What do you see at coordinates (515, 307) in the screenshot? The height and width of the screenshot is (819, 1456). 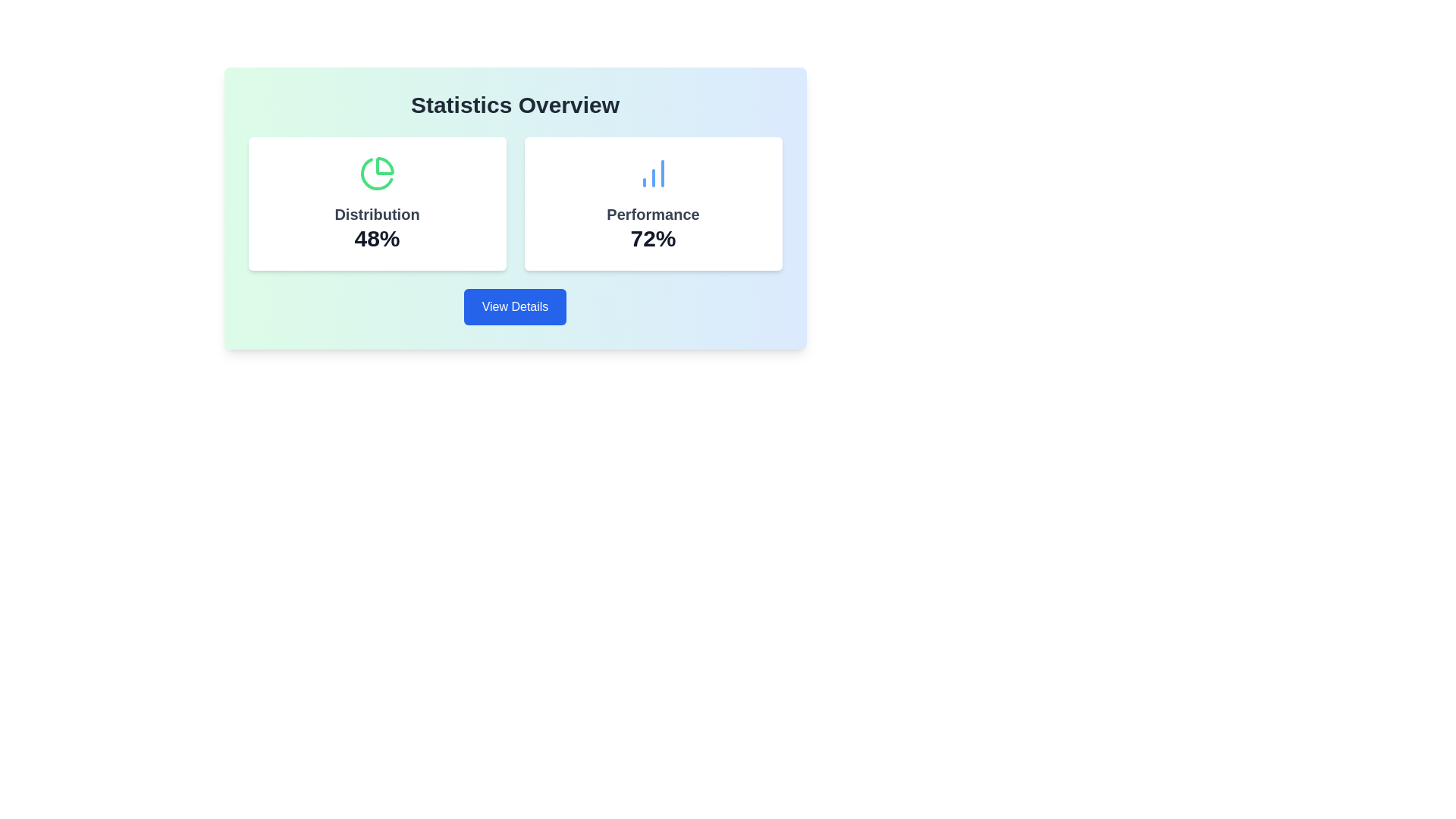 I see `the 'View Details' button` at bounding box center [515, 307].